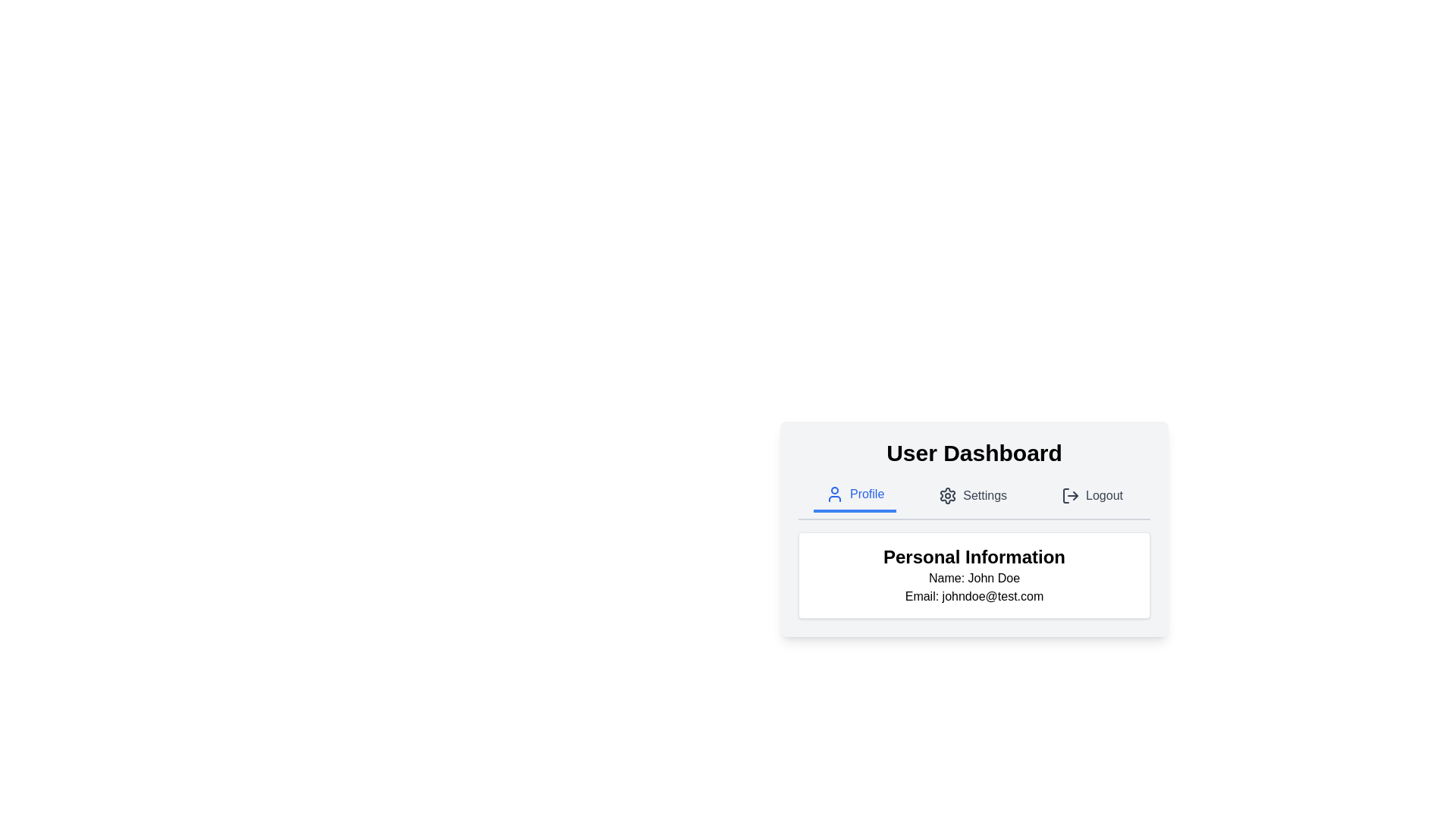 The image size is (1456, 819). Describe the element at coordinates (974, 576) in the screenshot. I see `the 'Personal Information' Information Display Block, which features a white background, rounded corners, and contains the title 'Personal Information' along with user details` at that location.